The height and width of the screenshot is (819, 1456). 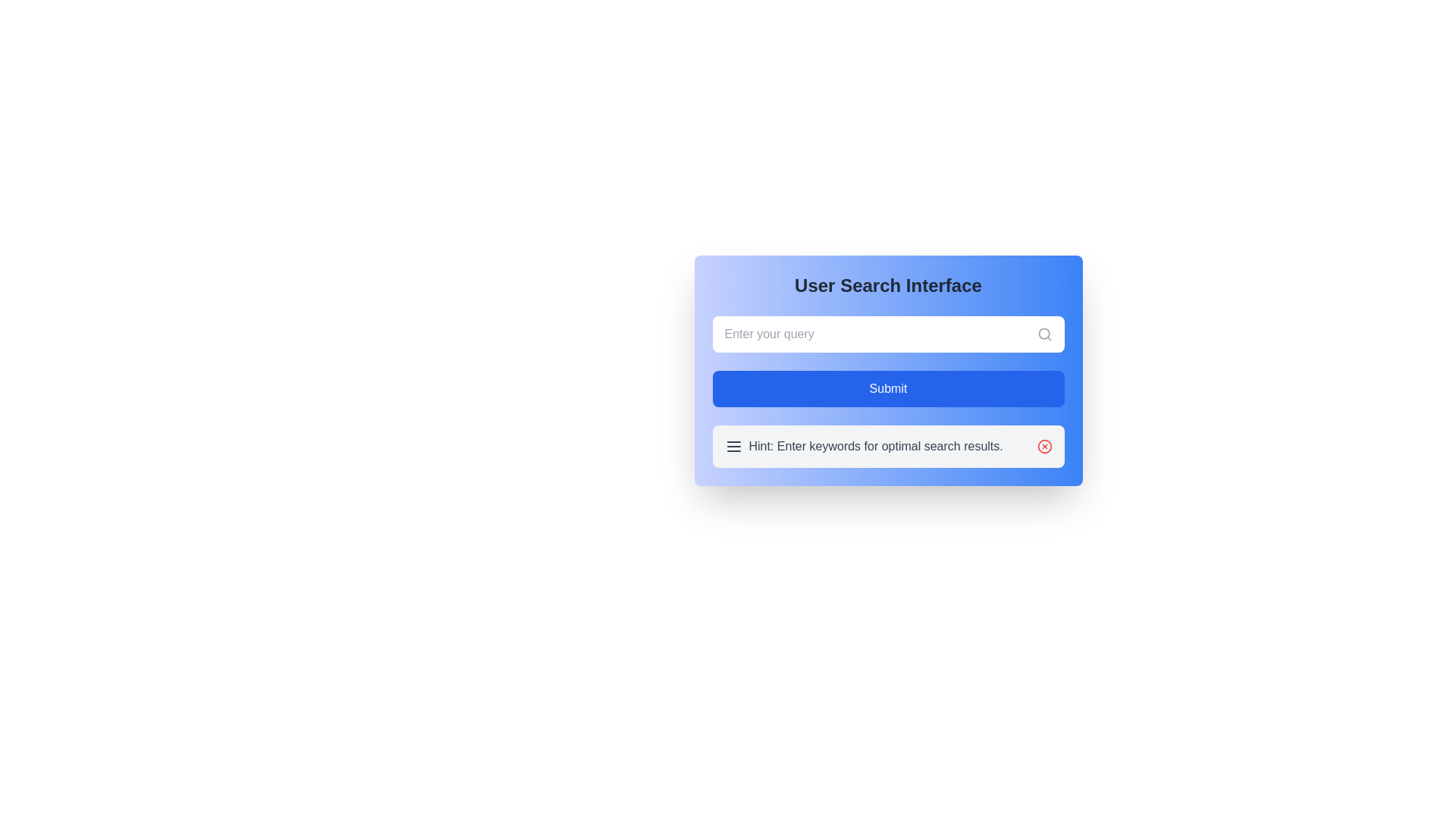 What do you see at coordinates (733, 446) in the screenshot?
I see `the gray menu icon consisting of three horizontal lines stacked vertically` at bounding box center [733, 446].